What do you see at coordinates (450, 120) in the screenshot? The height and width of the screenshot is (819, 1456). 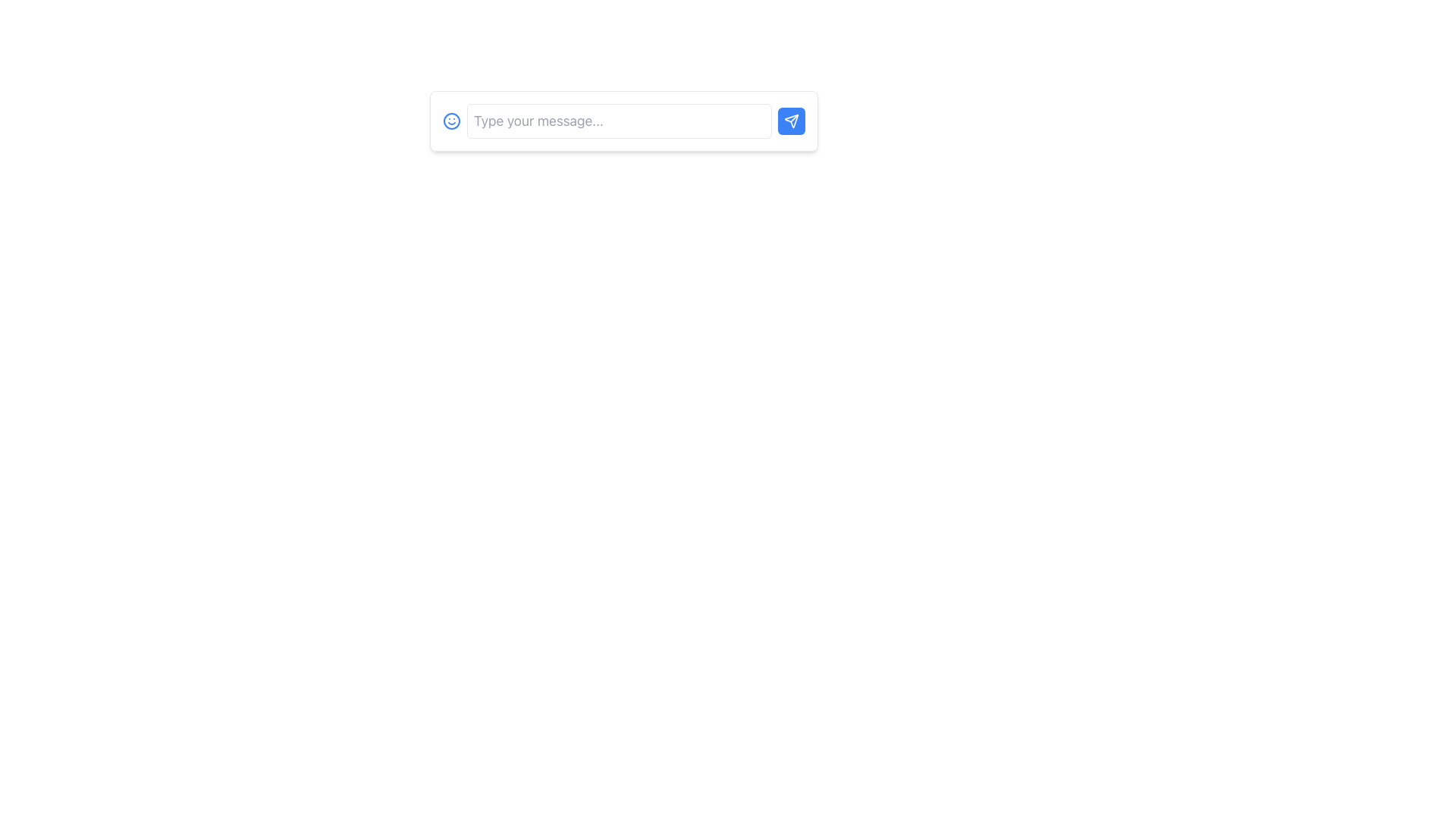 I see `the SVG circle shape that serves as the boundary of the smiley face icon, located to the left of the input text field` at bounding box center [450, 120].